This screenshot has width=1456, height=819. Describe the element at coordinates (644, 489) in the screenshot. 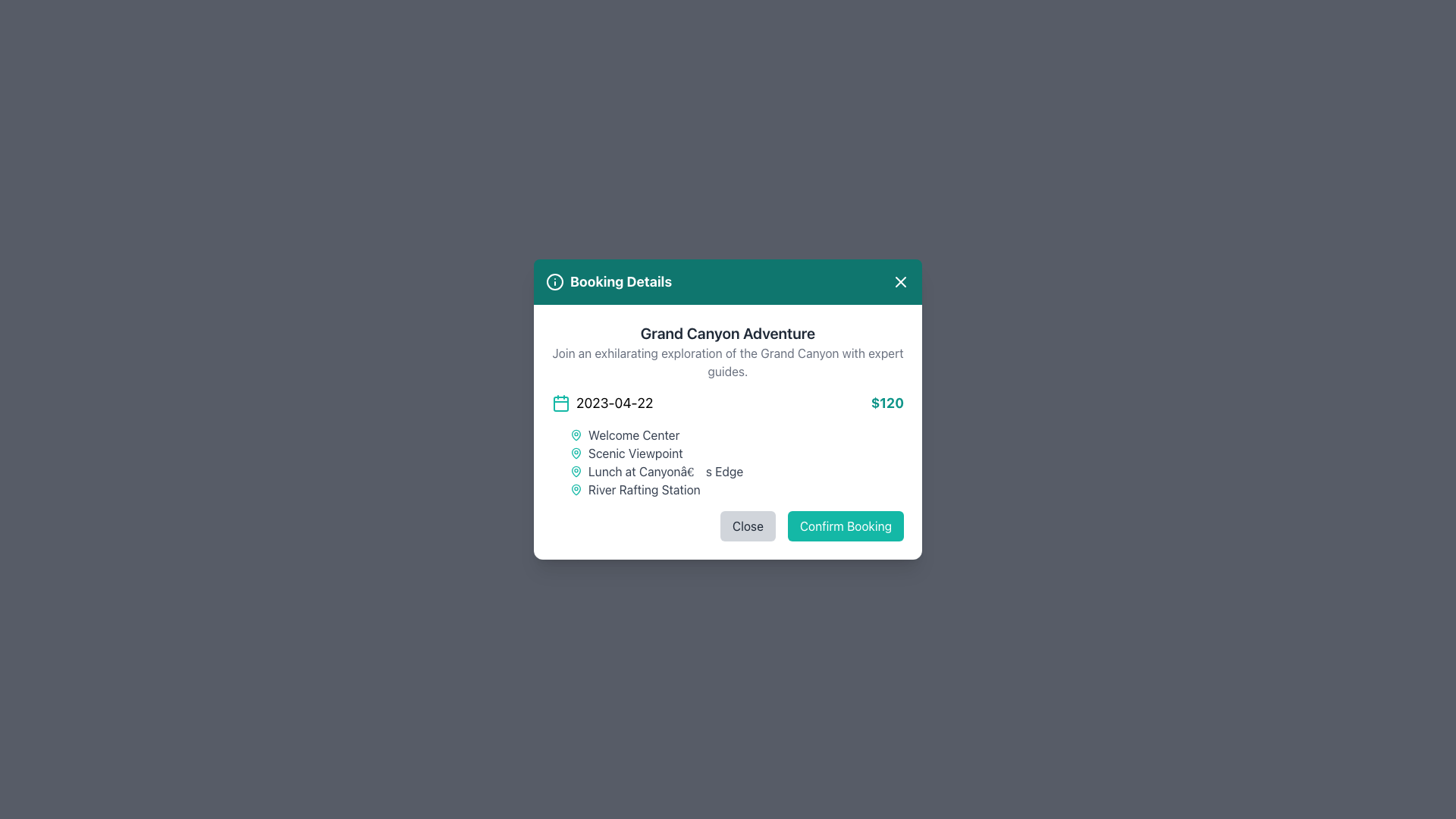

I see `the text label 'River Rafting Station' which is the fourth item in the vertical list under 'Booking Details', located below 'Lunch at Canyon’s Edge'` at that location.